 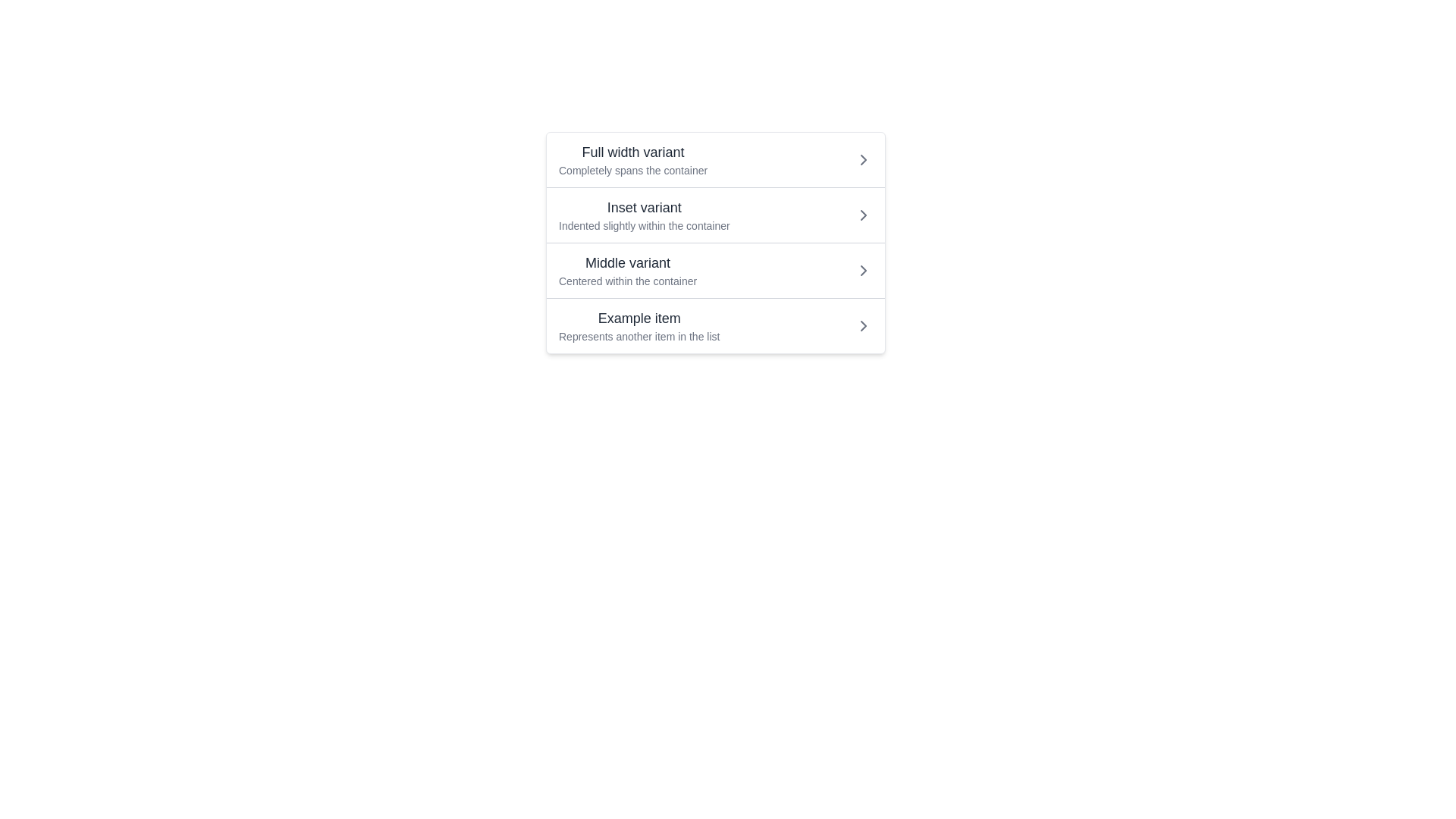 What do you see at coordinates (863, 270) in the screenshot?
I see `the rightward chevron icon located next to the 'Middle variant' text` at bounding box center [863, 270].